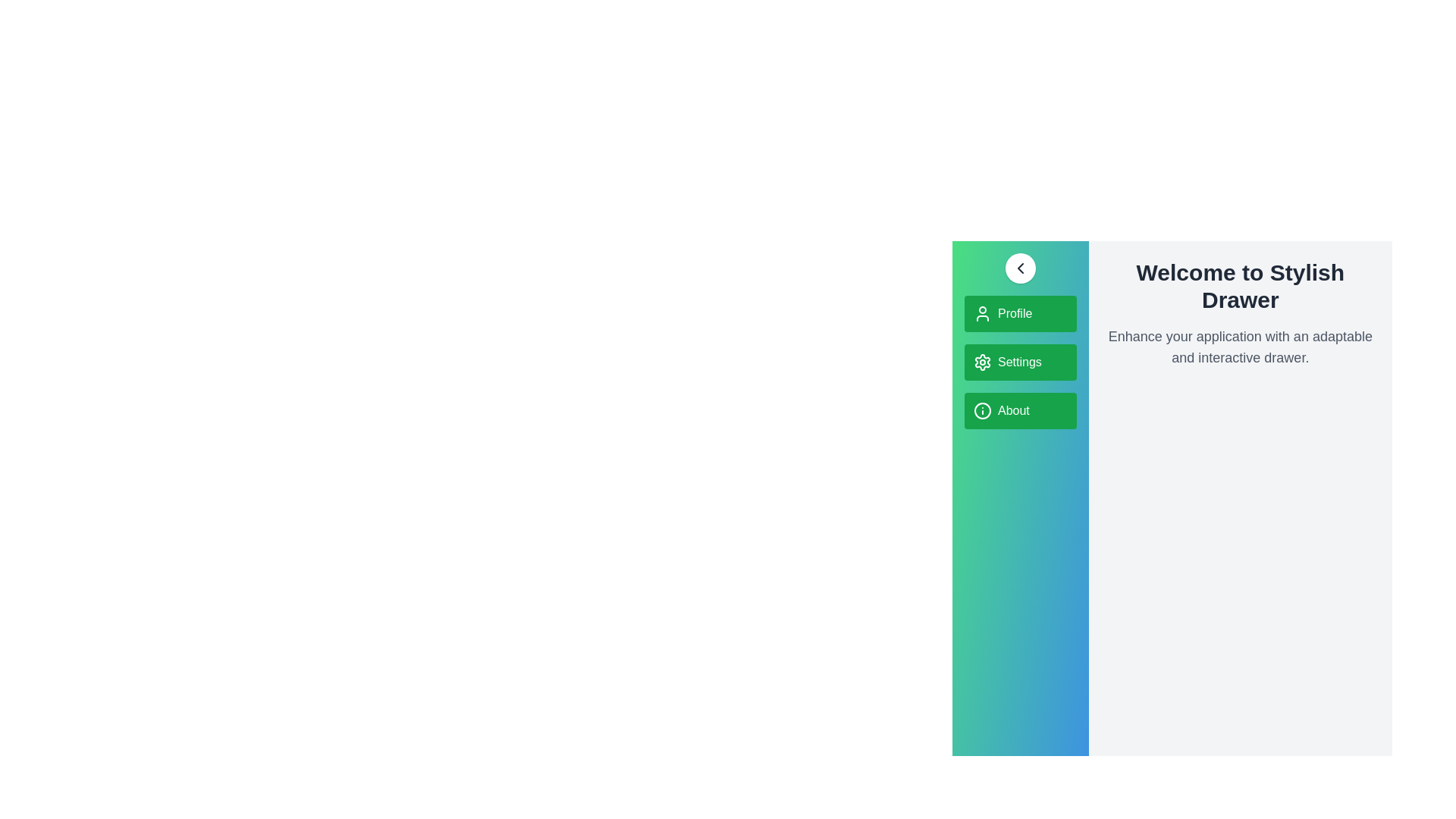  What do you see at coordinates (1020, 362) in the screenshot?
I see `the menu item Settings to observe its hover effect` at bounding box center [1020, 362].